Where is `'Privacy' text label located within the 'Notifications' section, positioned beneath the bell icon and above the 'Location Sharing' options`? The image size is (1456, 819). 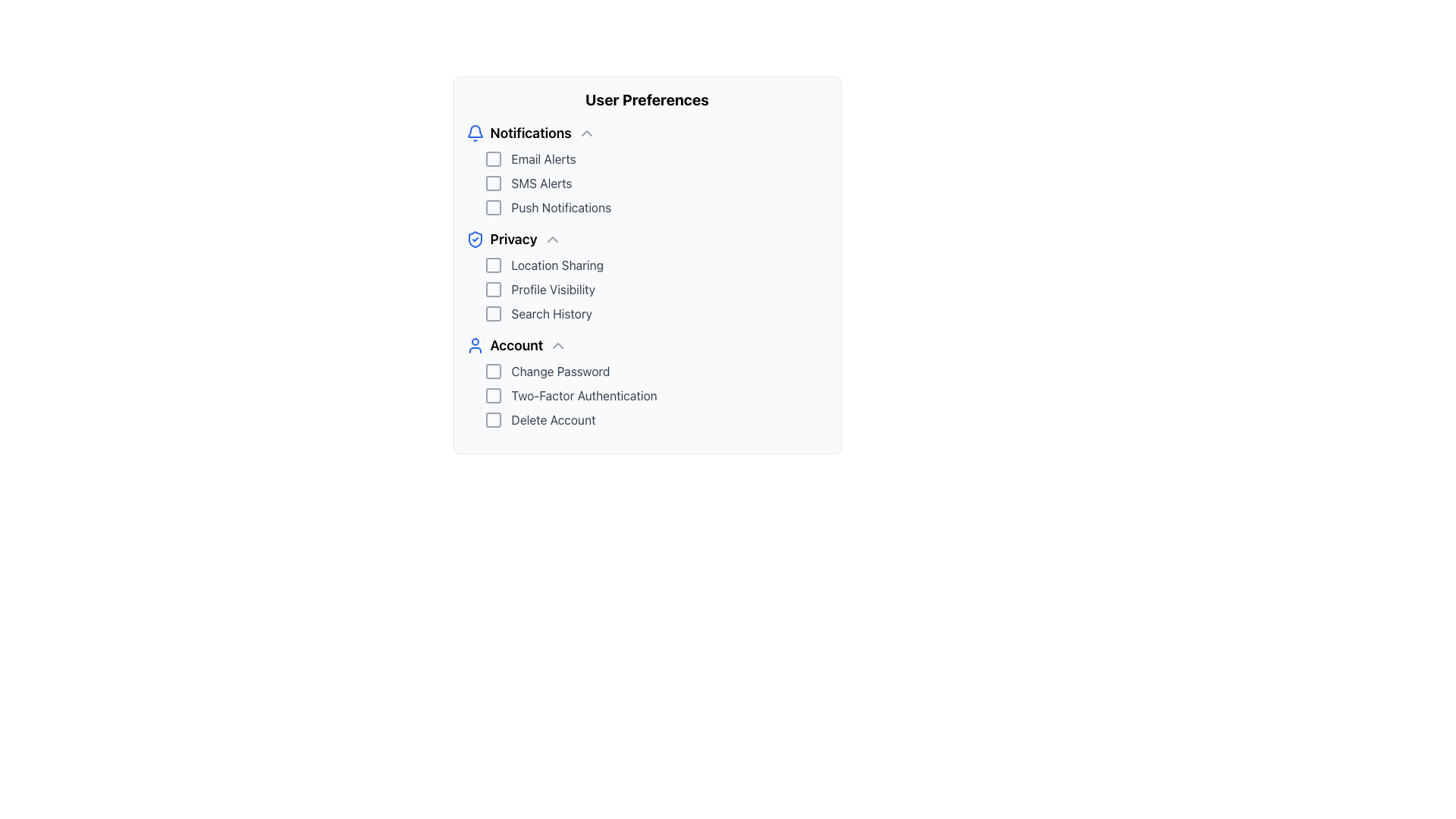
'Privacy' text label located within the 'Notifications' section, positioned beneath the bell icon and above the 'Location Sharing' options is located at coordinates (513, 239).